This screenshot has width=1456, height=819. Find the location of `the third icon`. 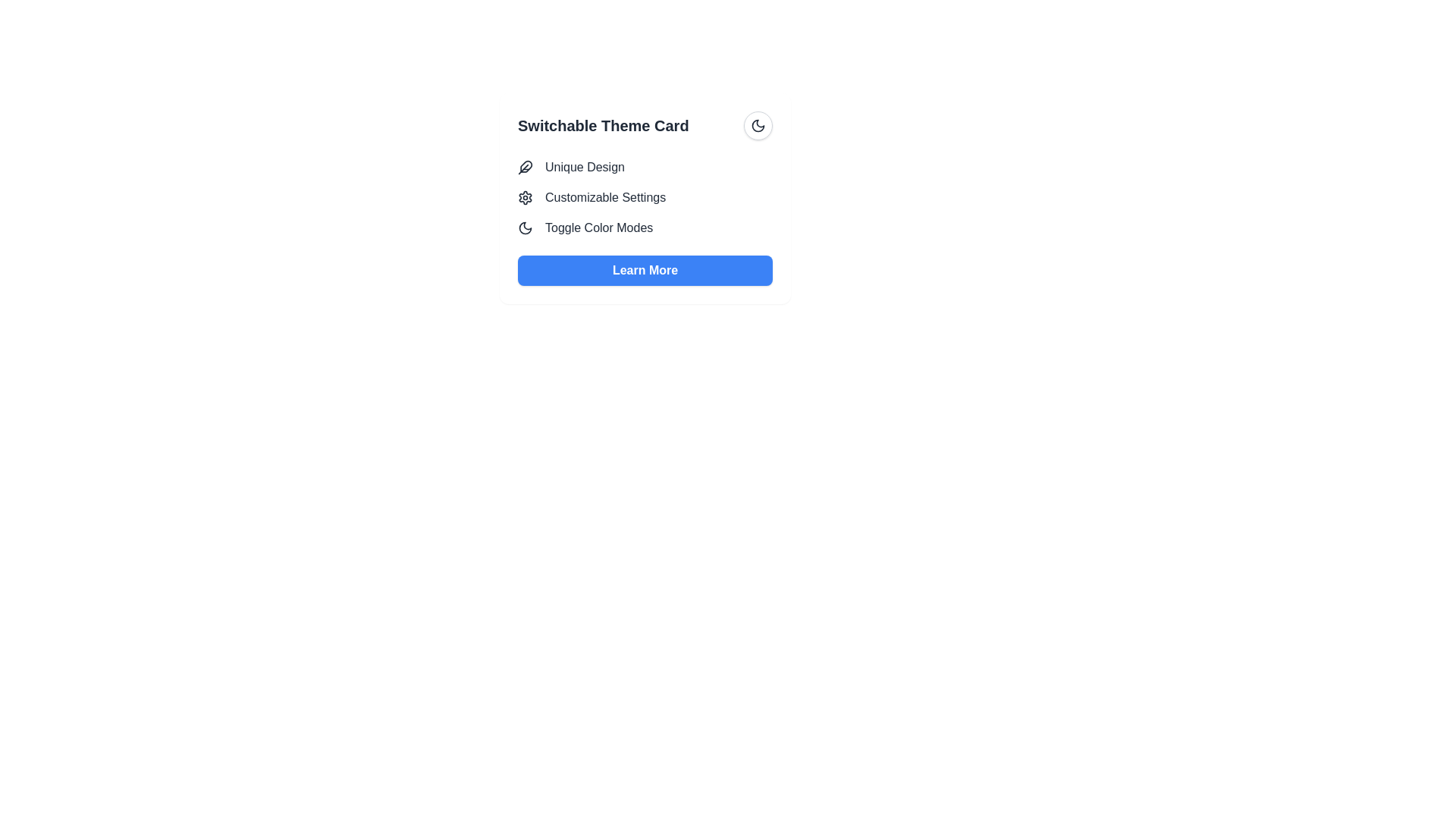

the third icon is located at coordinates (758, 124).